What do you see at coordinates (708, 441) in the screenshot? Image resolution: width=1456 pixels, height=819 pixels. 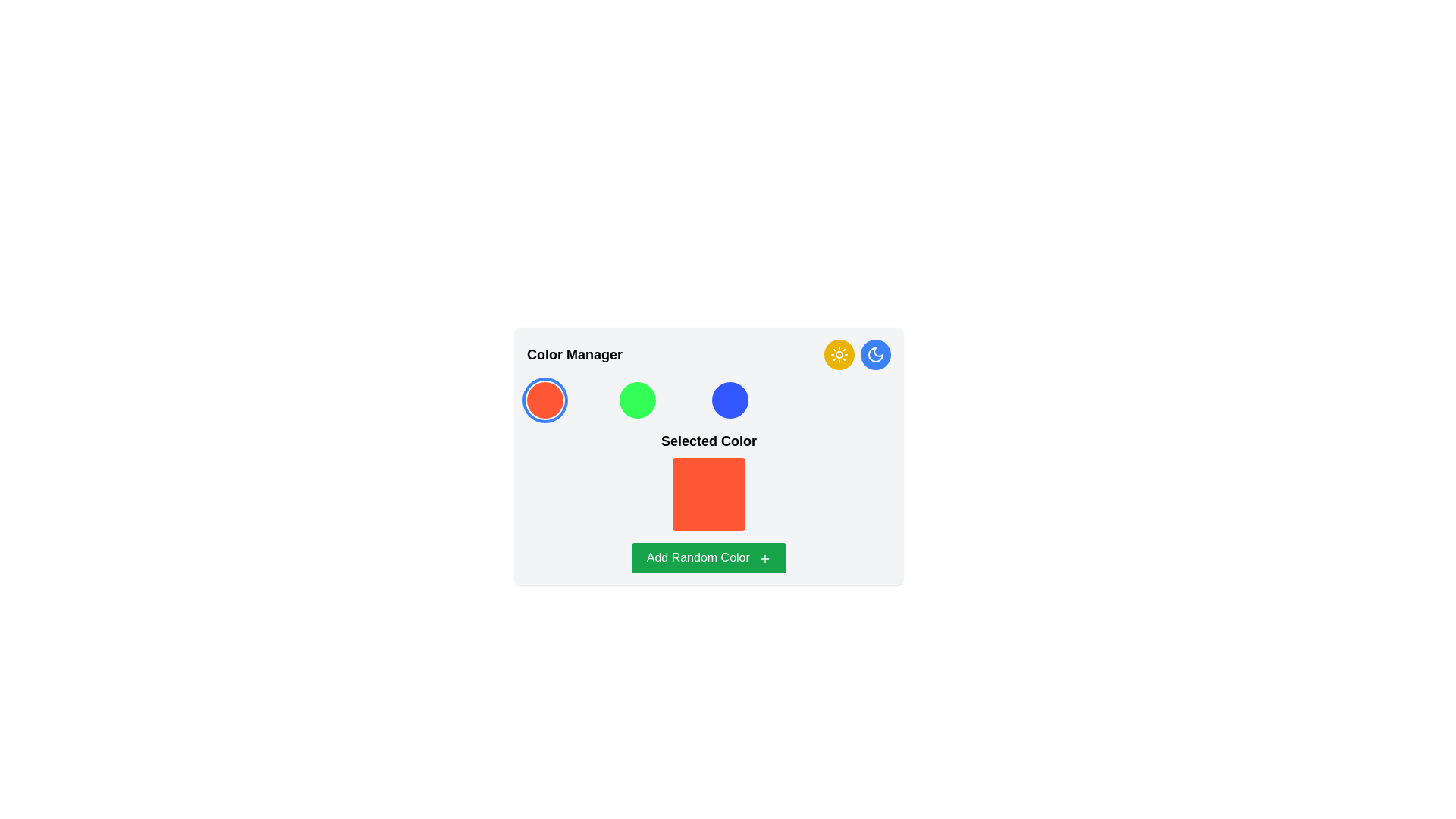 I see `the text label indicating the currently selected color, which is positioned above the square color box and below three circular color selections` at bounding box center [708, 441].